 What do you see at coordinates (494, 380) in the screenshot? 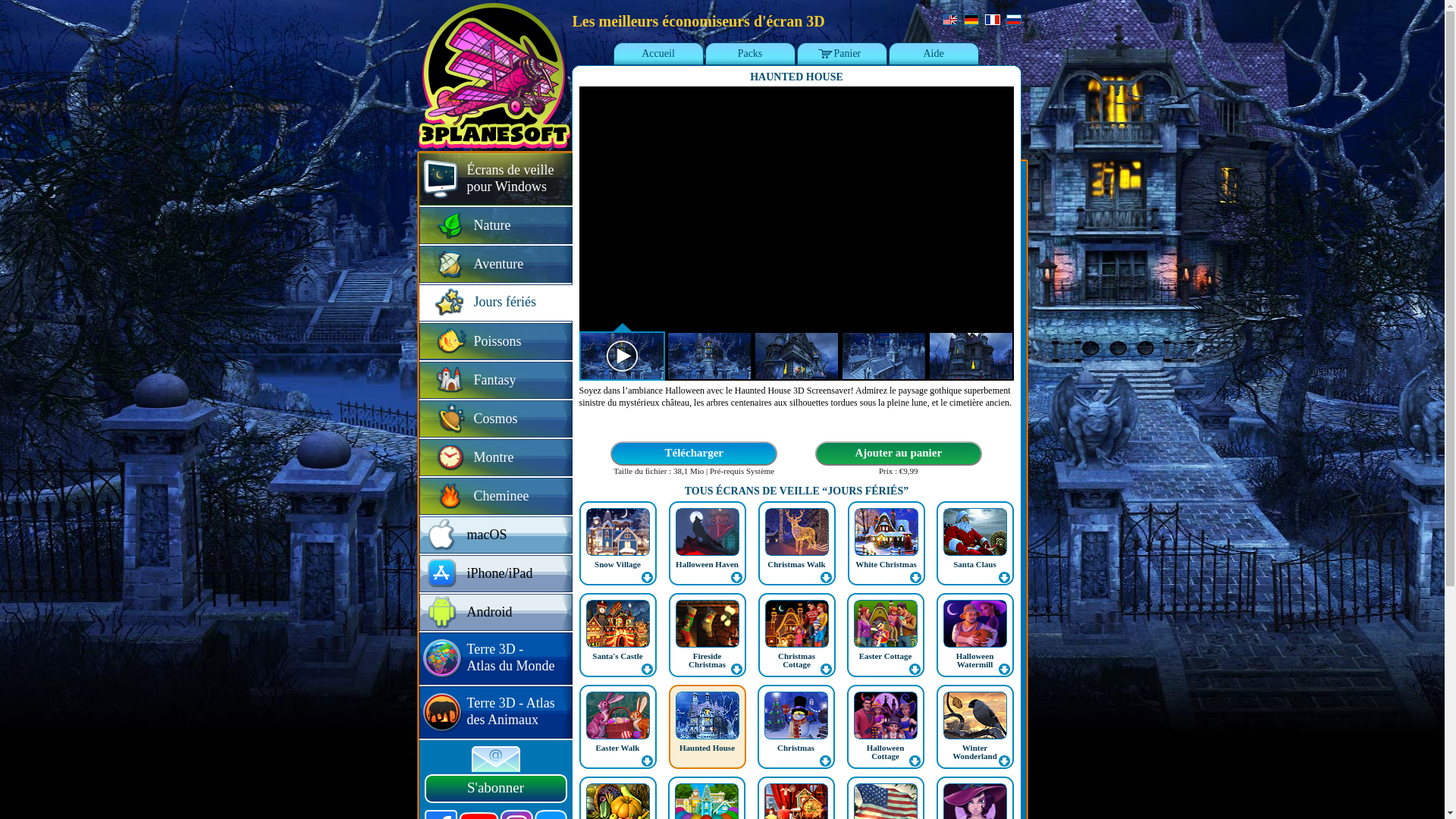
I see `'Fantasy'` at bounding box center [494, 380].